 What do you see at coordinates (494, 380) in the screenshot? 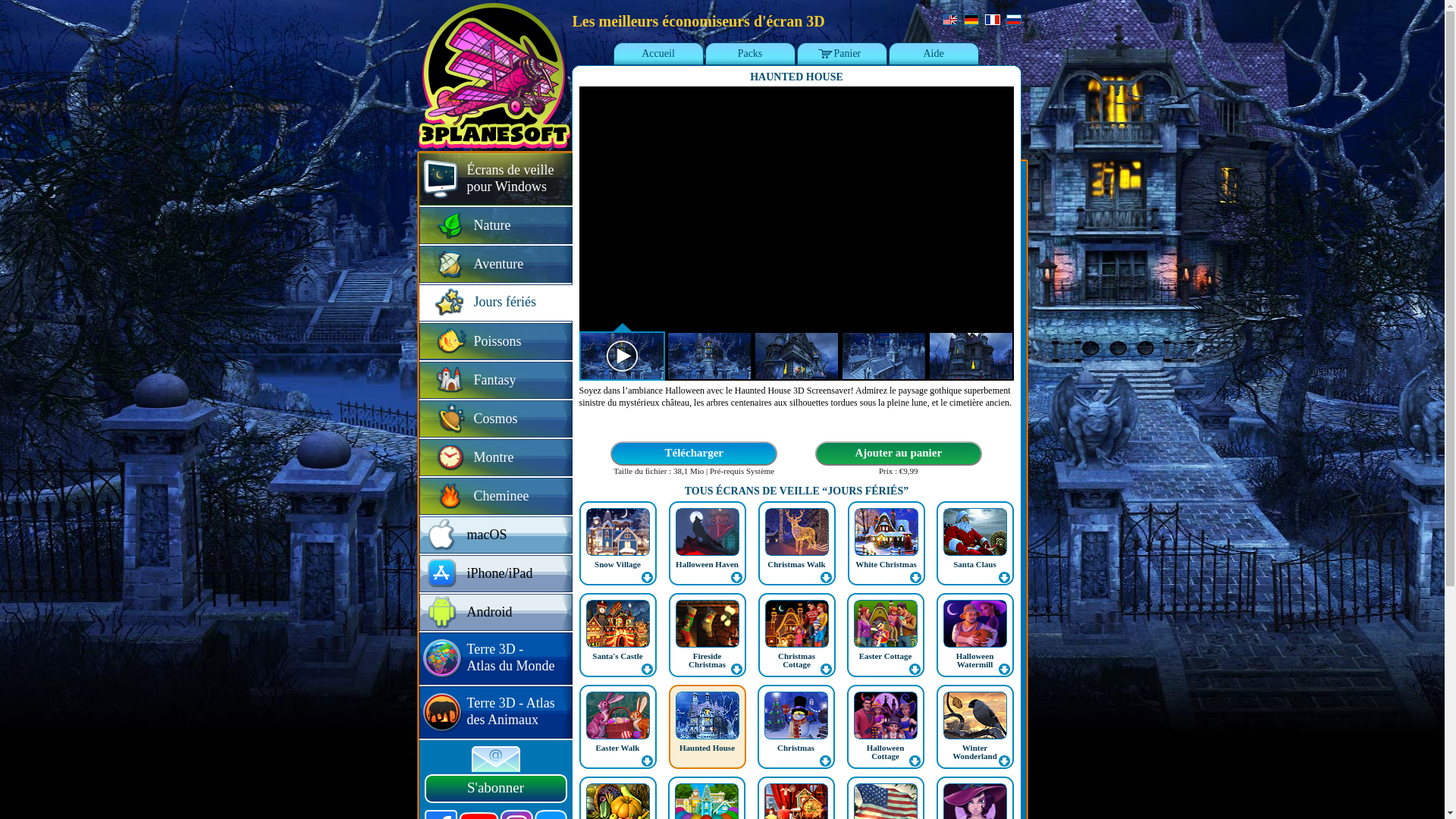
I see `'Fantasy'` at bounding box center [494, 380].